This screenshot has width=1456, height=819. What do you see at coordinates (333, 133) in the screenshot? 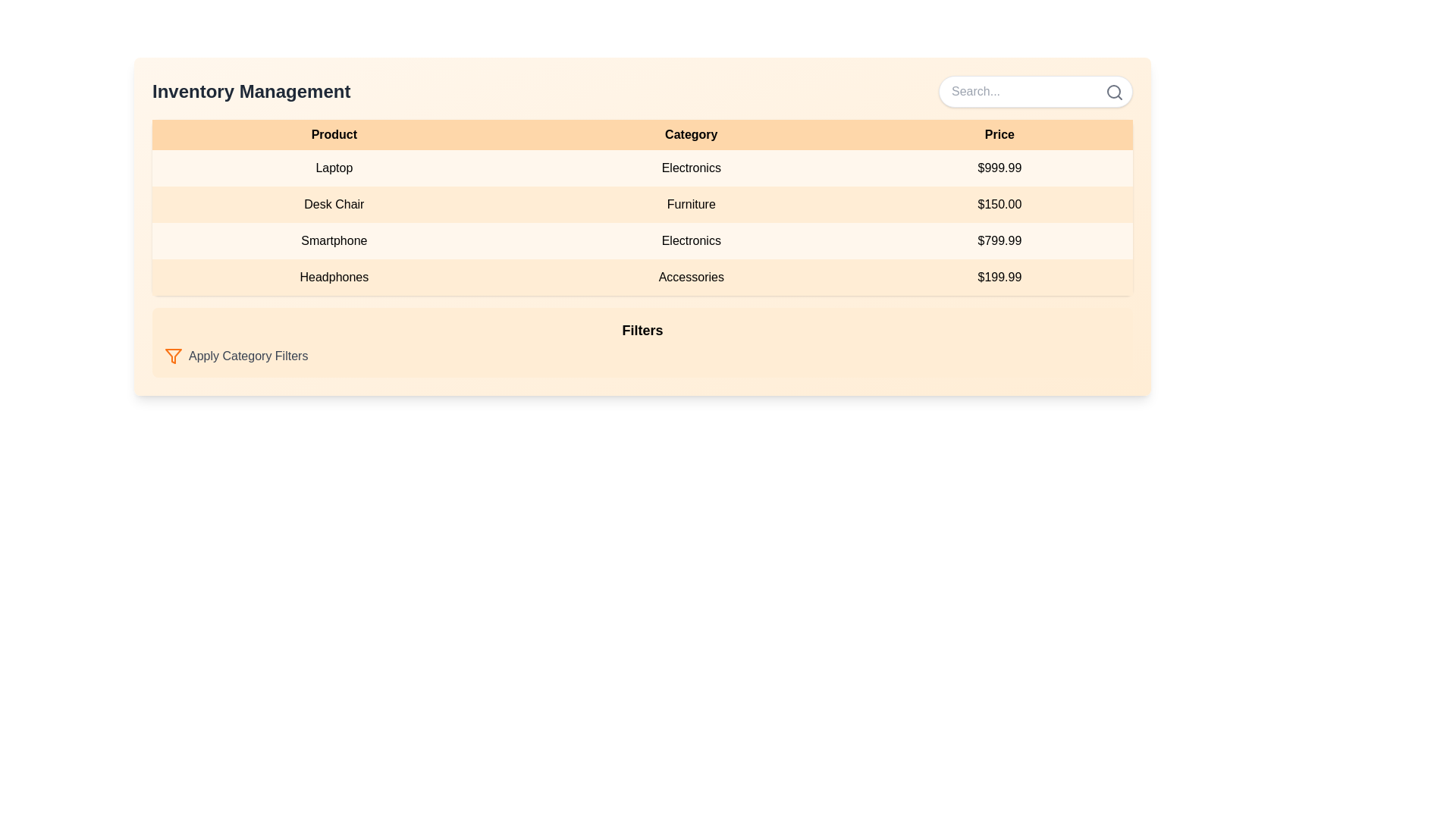
I see `text of the 'Product' header label, which is the first header in the table aligned to the left` at bounding box center [333, 133].